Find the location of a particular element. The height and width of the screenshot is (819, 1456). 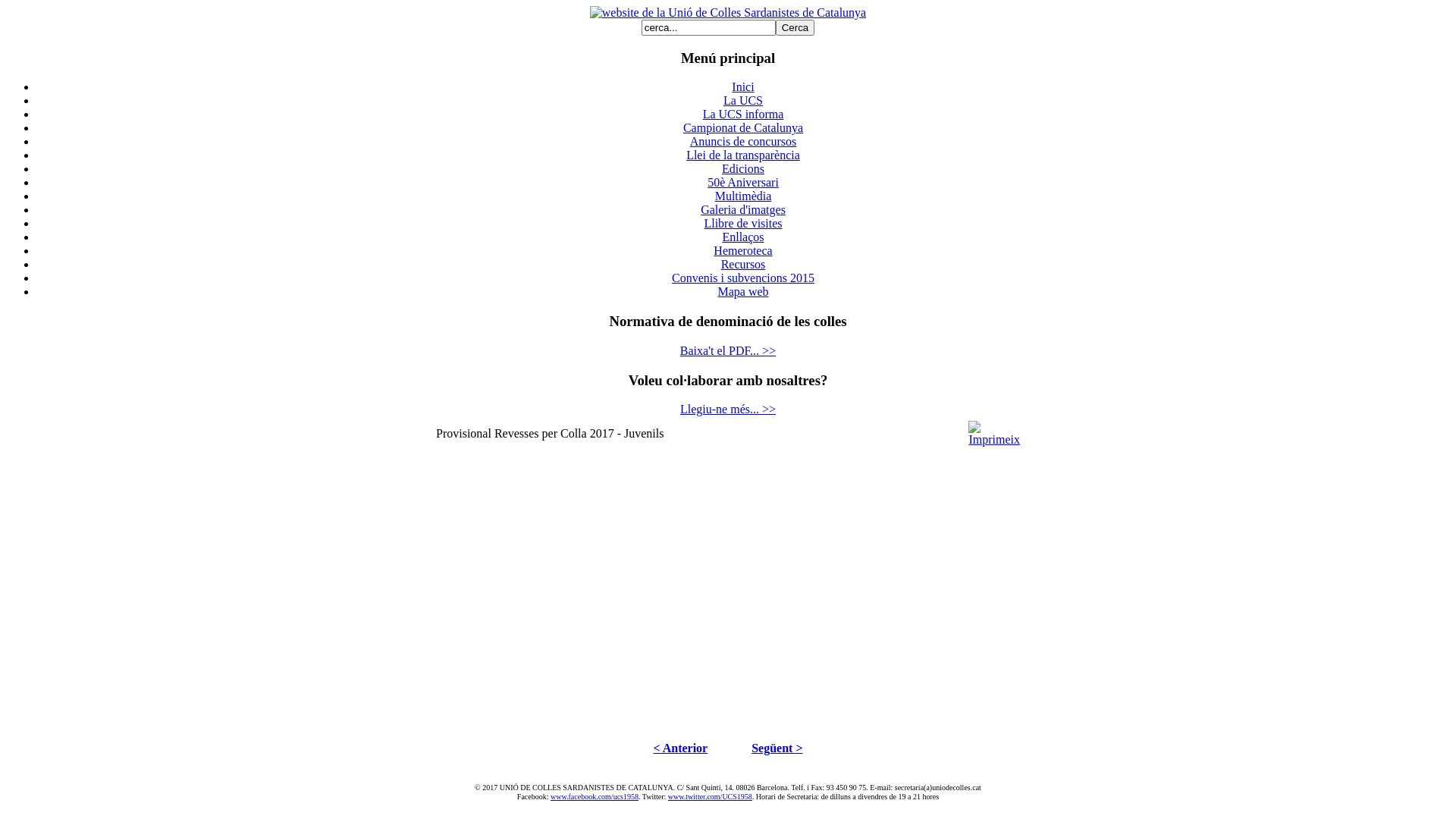

'www.facebook.com/ucs1958' is located at coordinates (593, 795).